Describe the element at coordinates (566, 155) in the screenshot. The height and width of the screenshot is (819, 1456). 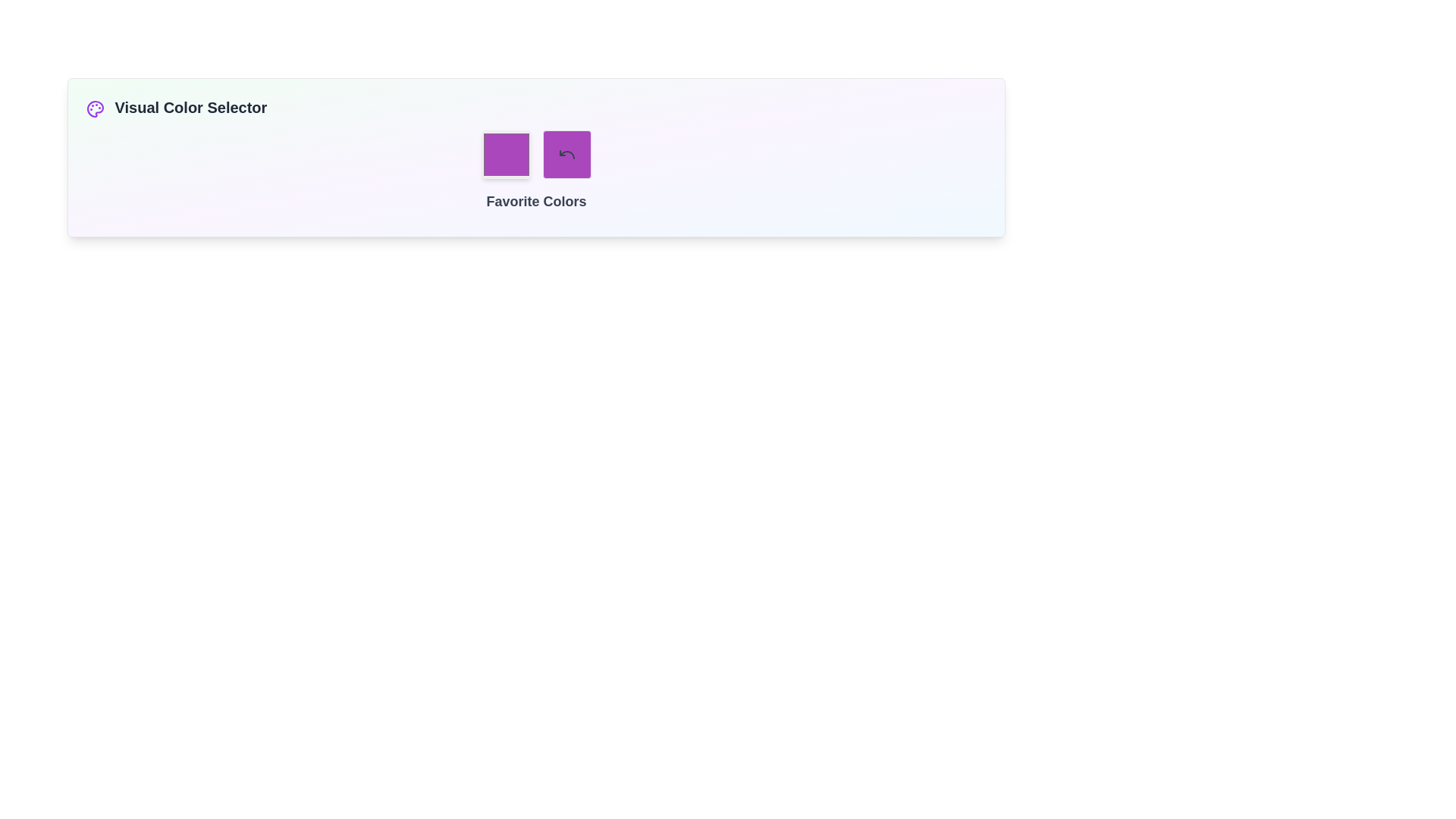
I see `the reset or undo button located to the right of the purple square in the 'Favorite Colors' section` at that location.